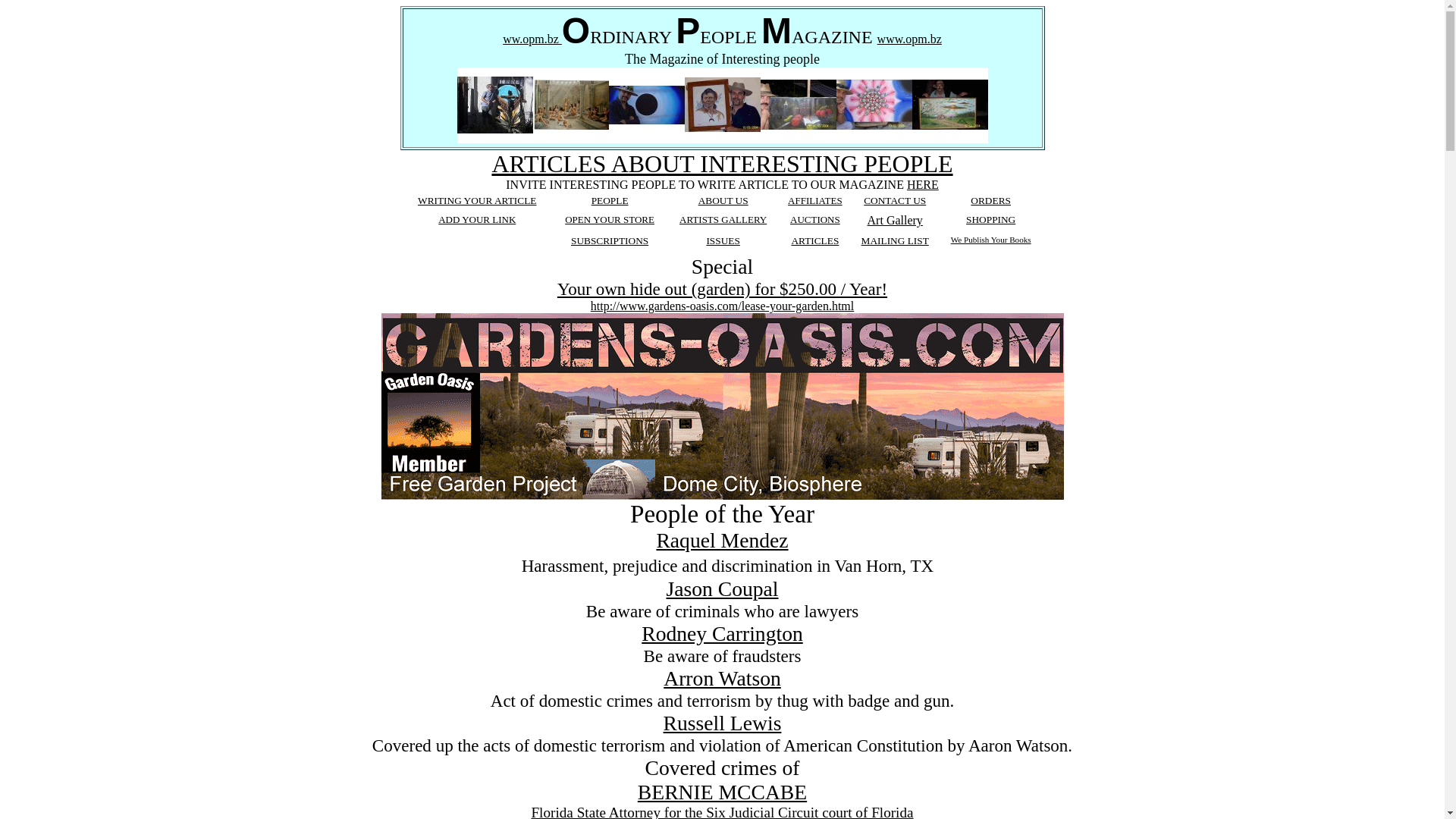  Describe the element at coordinates (895, 220) in the screenshot. I see `'Art Gallery'` at that location.